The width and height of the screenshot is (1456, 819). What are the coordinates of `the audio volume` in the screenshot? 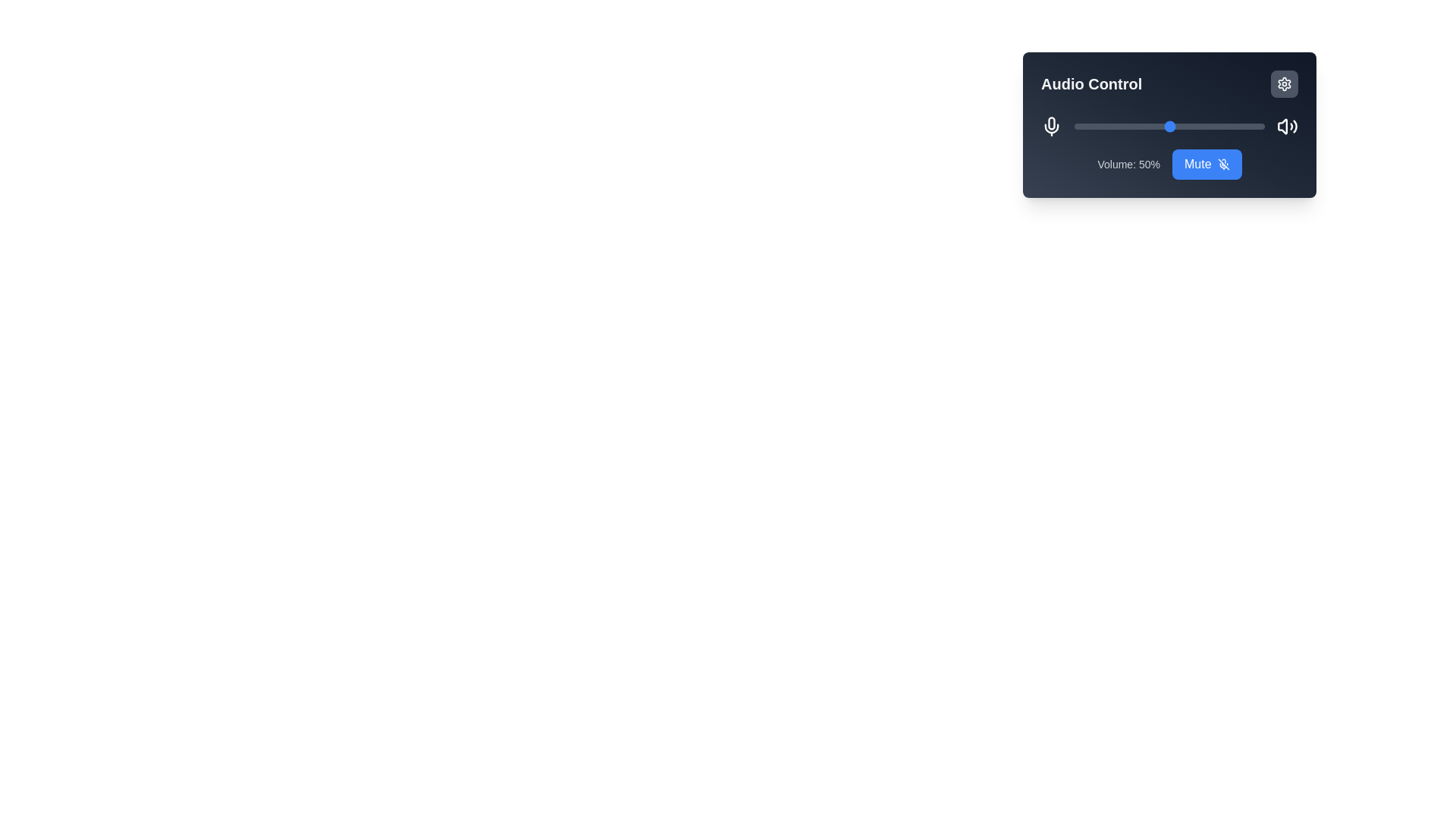 It's located at (1137, 125).